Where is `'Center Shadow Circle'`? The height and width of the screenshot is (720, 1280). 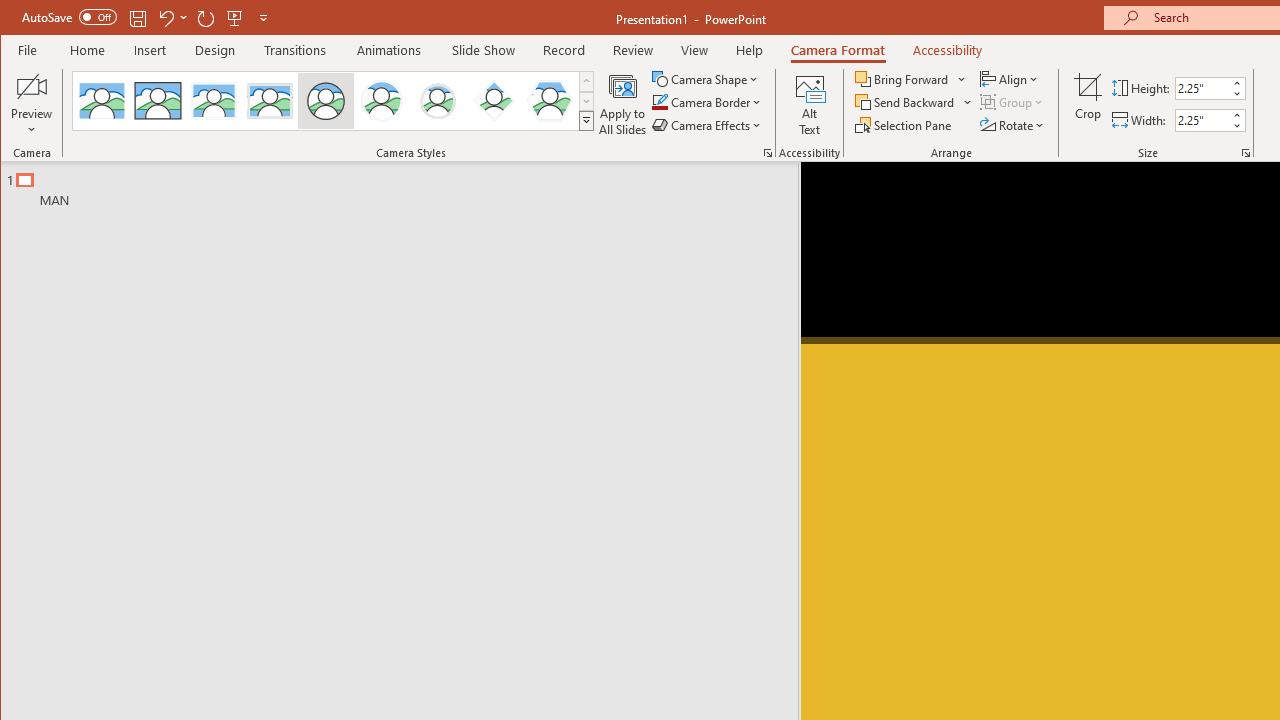
'Center Shadow Circle' is located at coordinates (382, 100).